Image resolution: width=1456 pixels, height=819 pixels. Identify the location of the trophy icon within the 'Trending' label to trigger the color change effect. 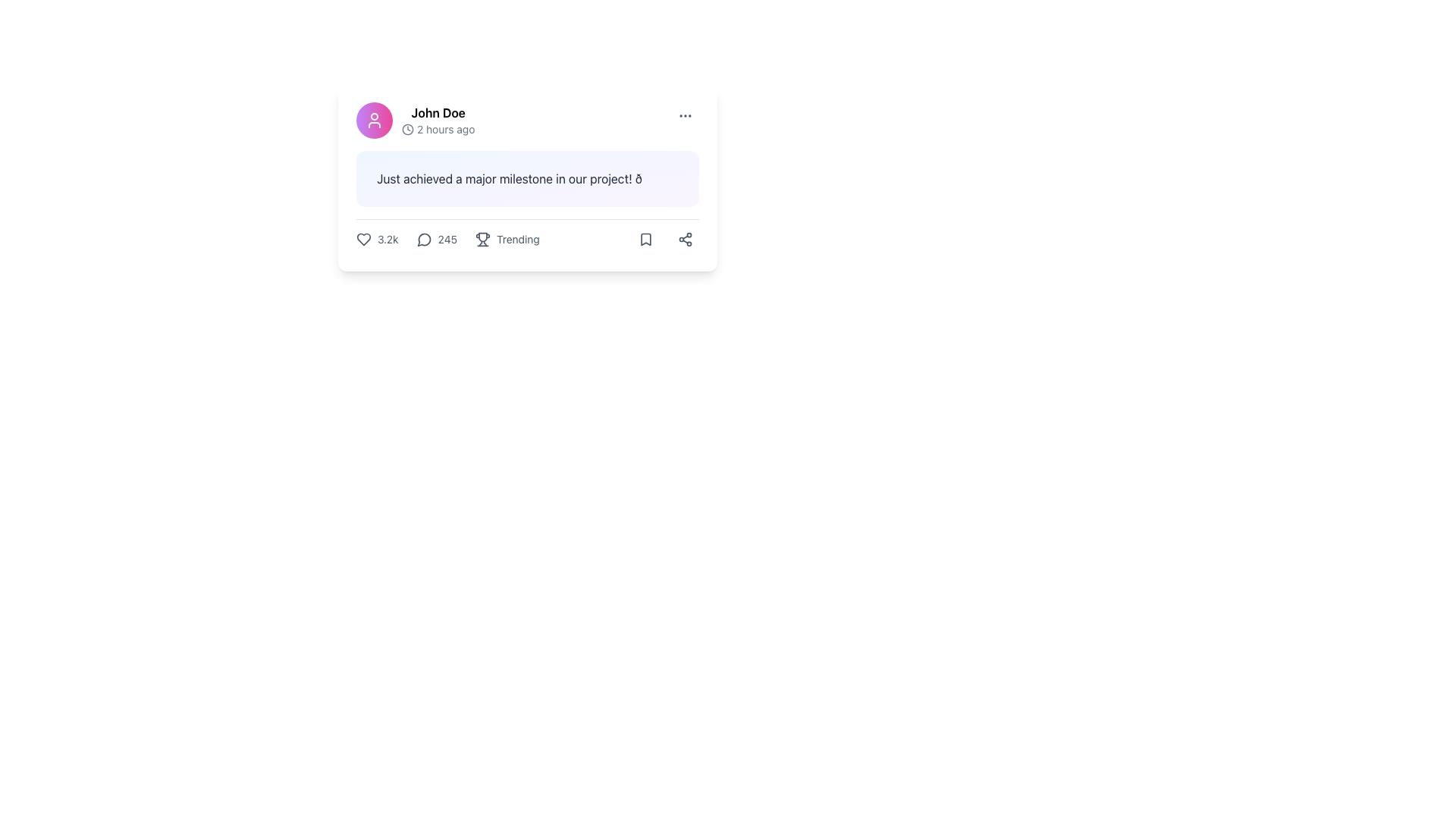
(482, 239).